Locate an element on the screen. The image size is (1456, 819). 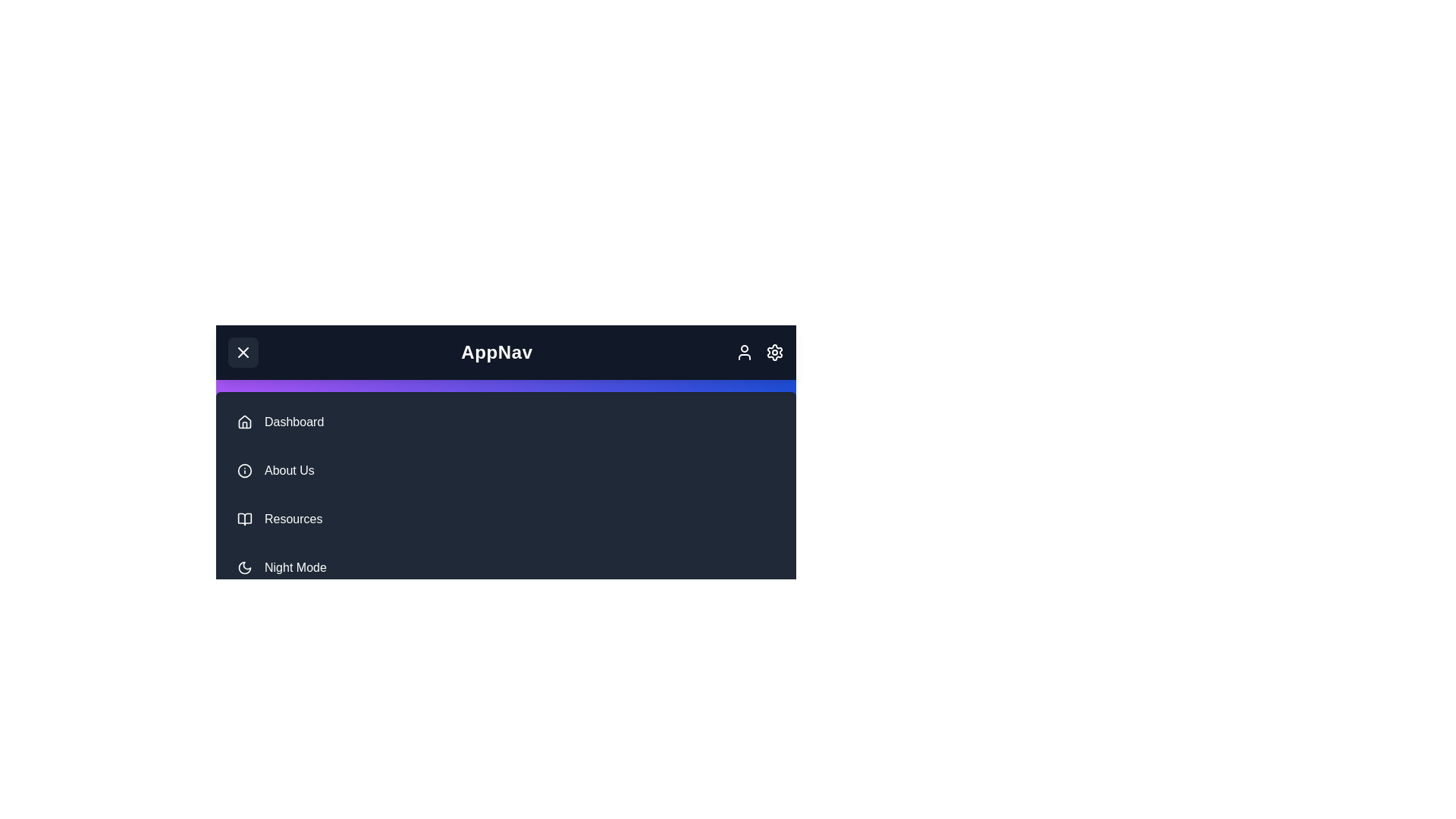
the navigation item Night Mode to navigate to the corresponding section is located at coordinates (506, 567).